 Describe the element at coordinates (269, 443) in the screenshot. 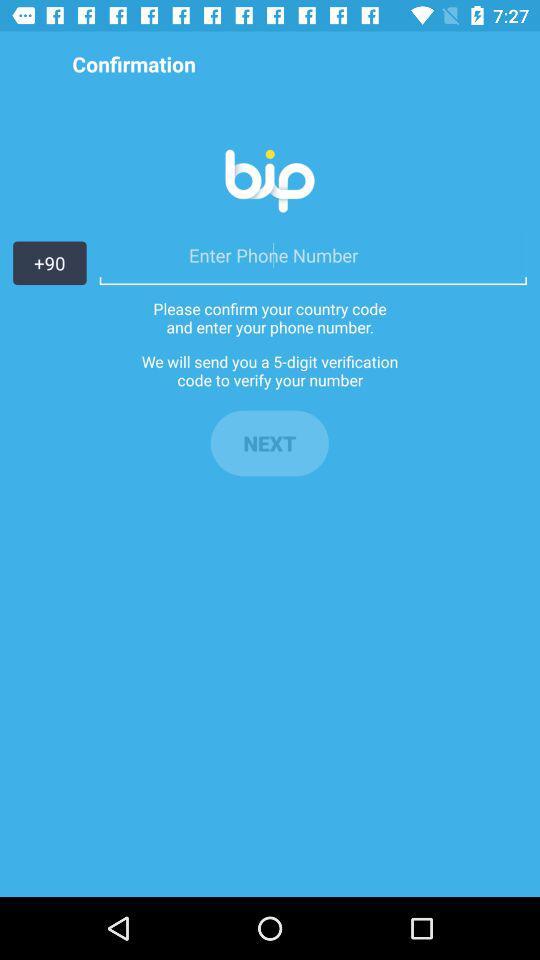

I see `next` at that location.